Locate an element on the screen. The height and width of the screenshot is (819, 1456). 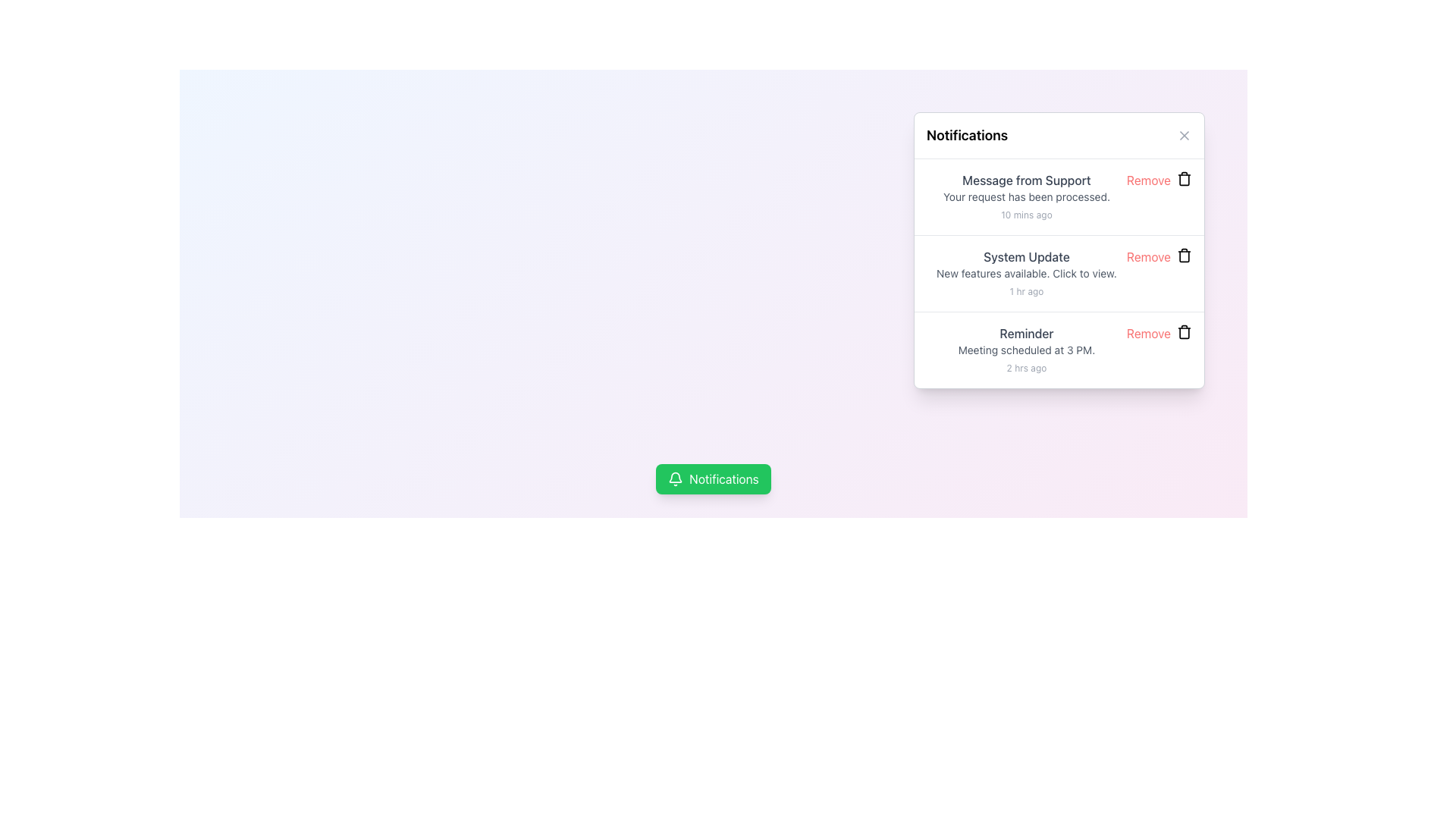
the first notification item in the notifications list, which displays a title in medium-weight dark gray font, a message body in smaller light gray font, and a timestamp in tiny even lighter gray font is located at coordinates (1026, 196).